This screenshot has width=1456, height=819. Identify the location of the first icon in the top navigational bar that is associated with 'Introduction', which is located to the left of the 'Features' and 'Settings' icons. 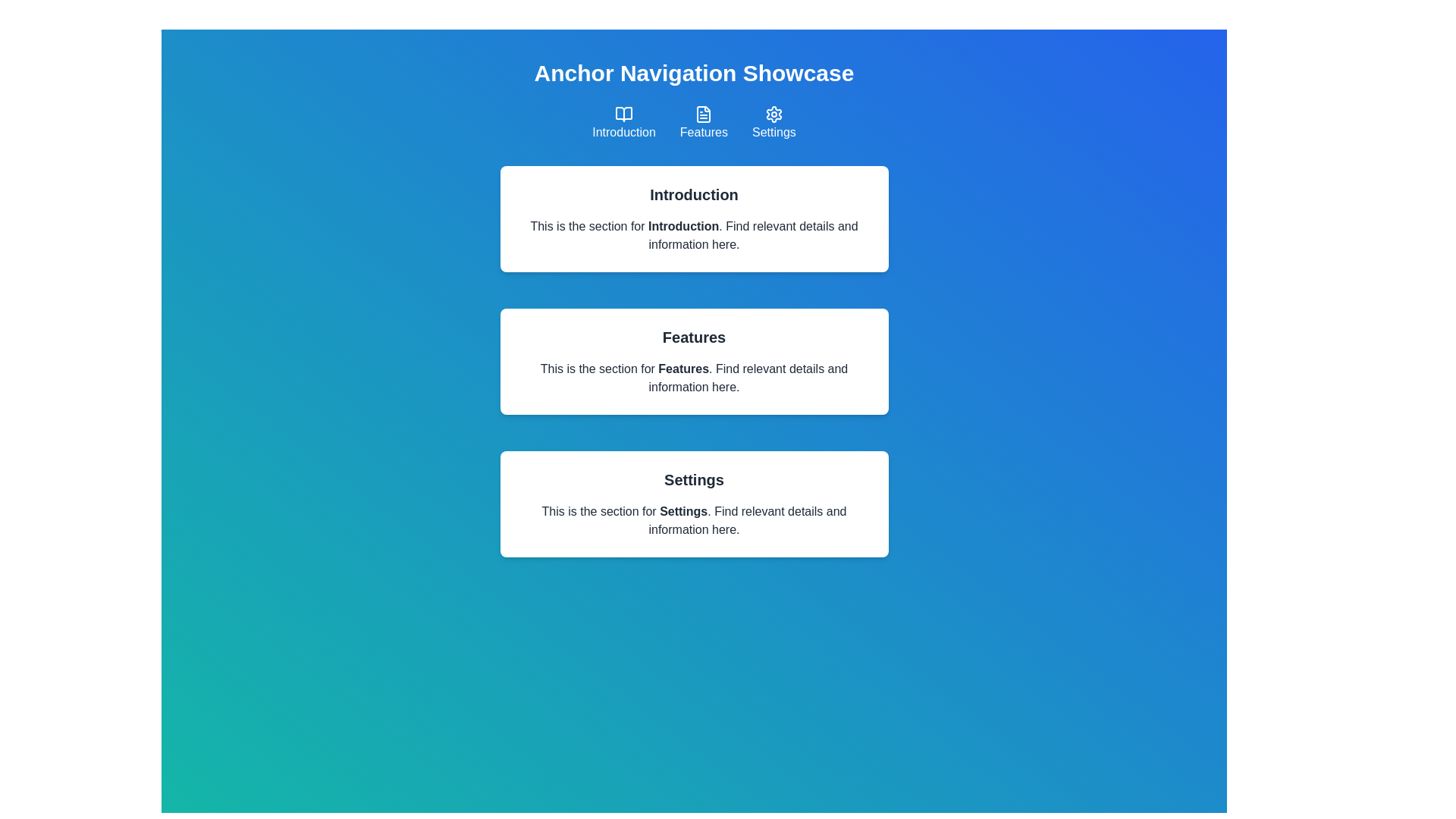
(624, 113).